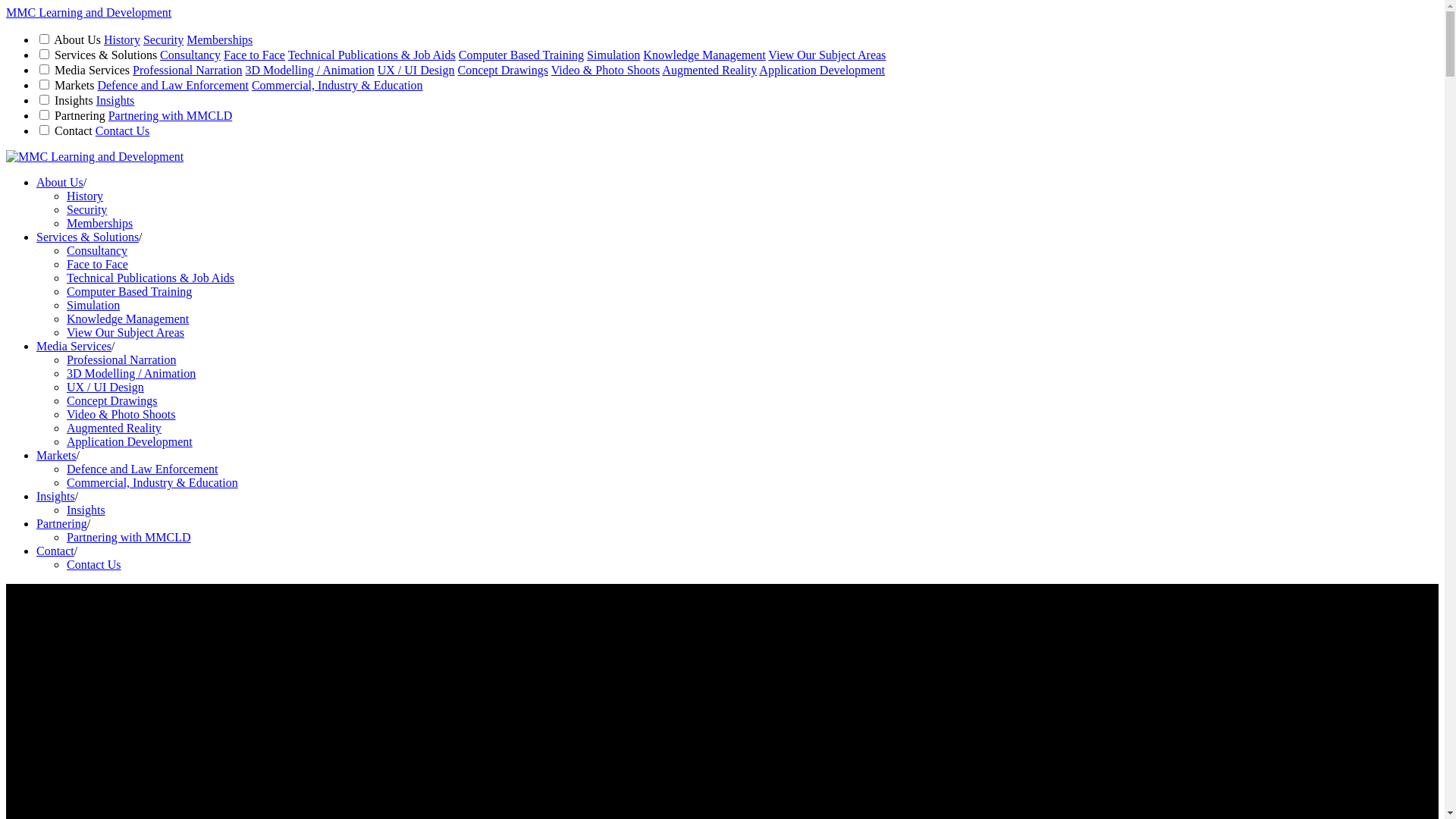  Describe the element at coordinates (130, 373) in the screenshot. I see `'3D Modelling / Animation'` at that location.